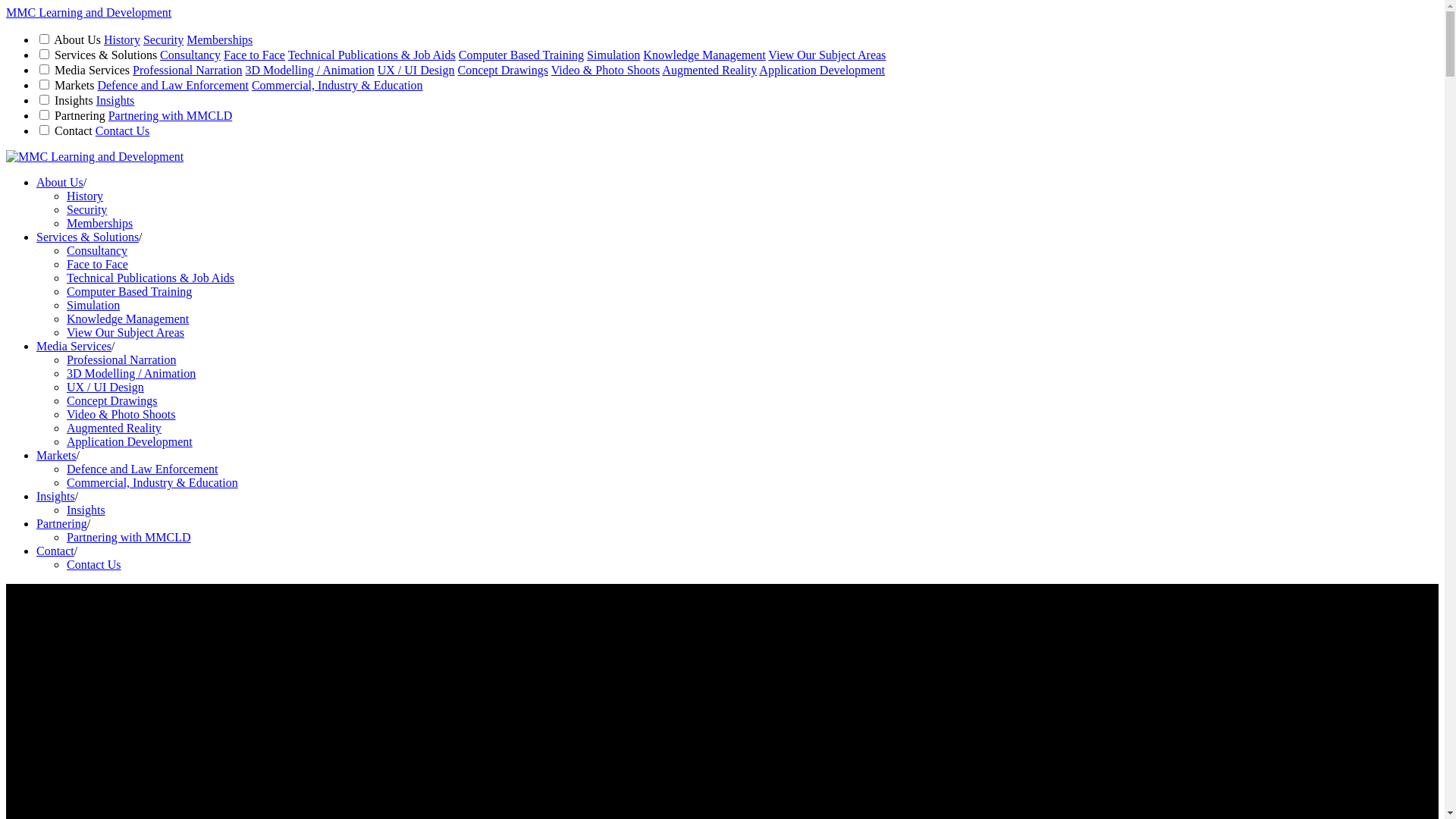  Describe the element at coordinates (130, 373) in the screenshot. I see `'3D Modelling / Animation'` at that location.